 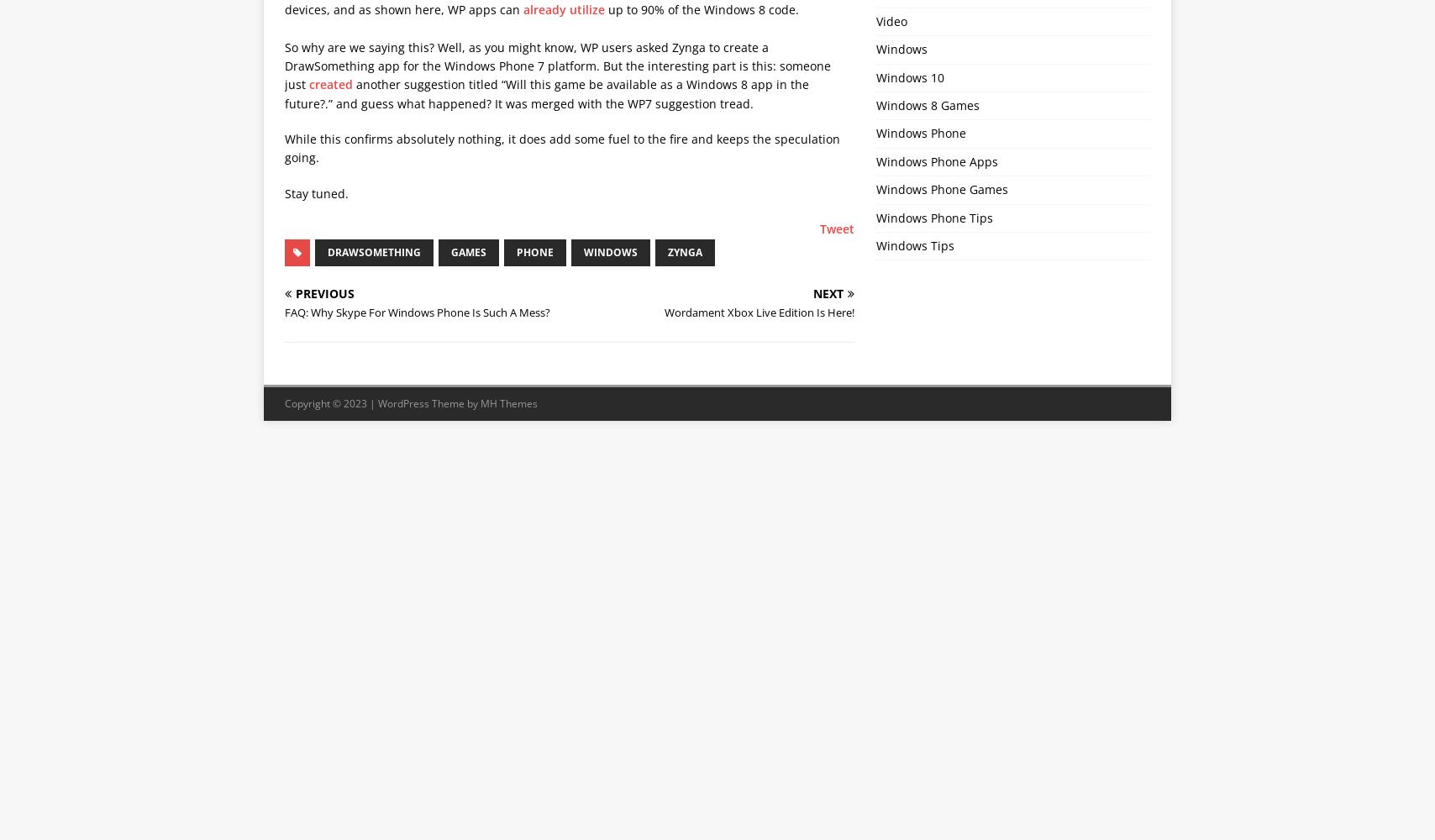 I want to click on 'up to 90% of the Windows 8 code.', so click(x=702, y=8).